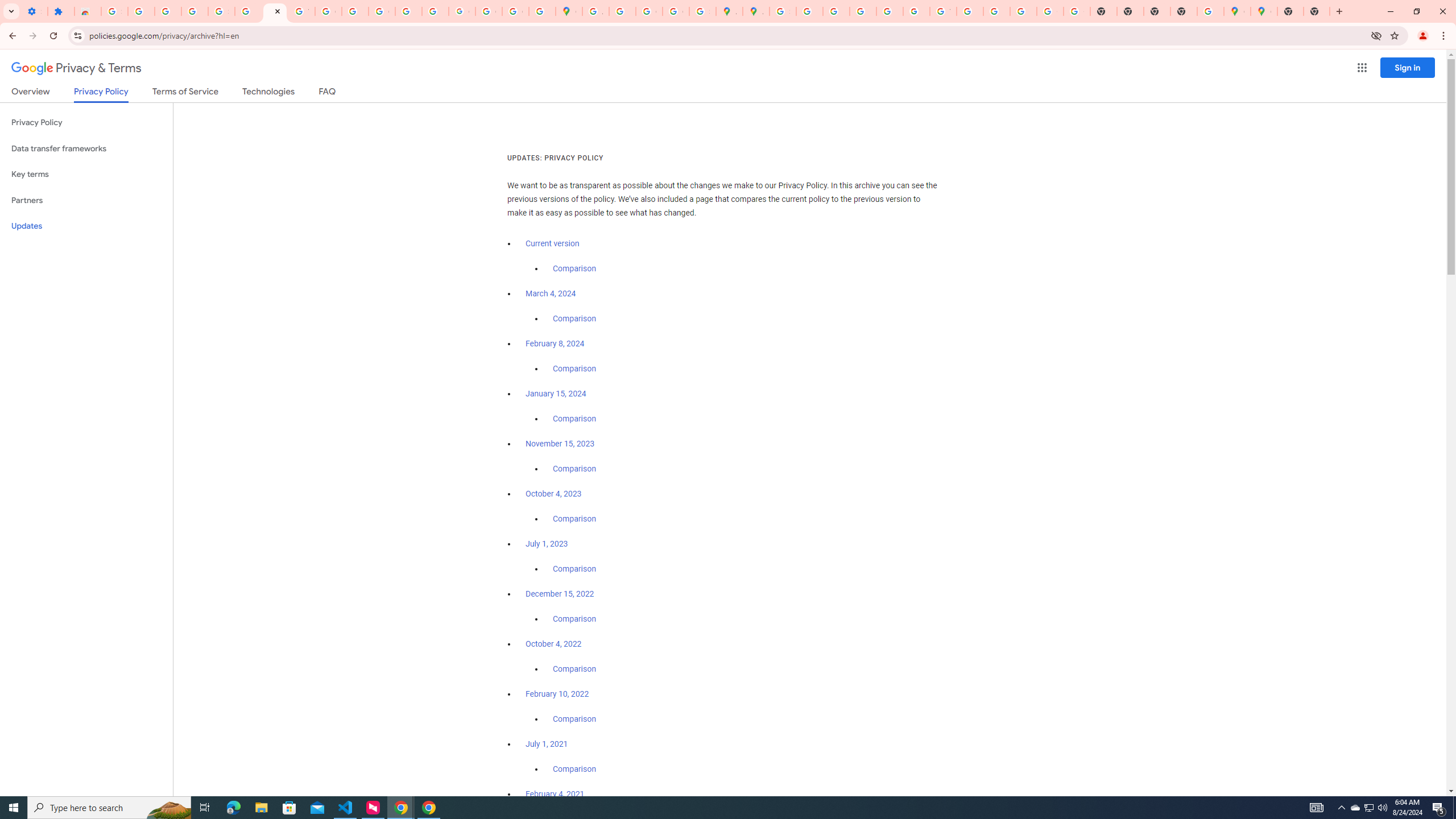 This screenshot has height=819, width=1456. I want to click on 'July 1, 2023', so click(547, 543).